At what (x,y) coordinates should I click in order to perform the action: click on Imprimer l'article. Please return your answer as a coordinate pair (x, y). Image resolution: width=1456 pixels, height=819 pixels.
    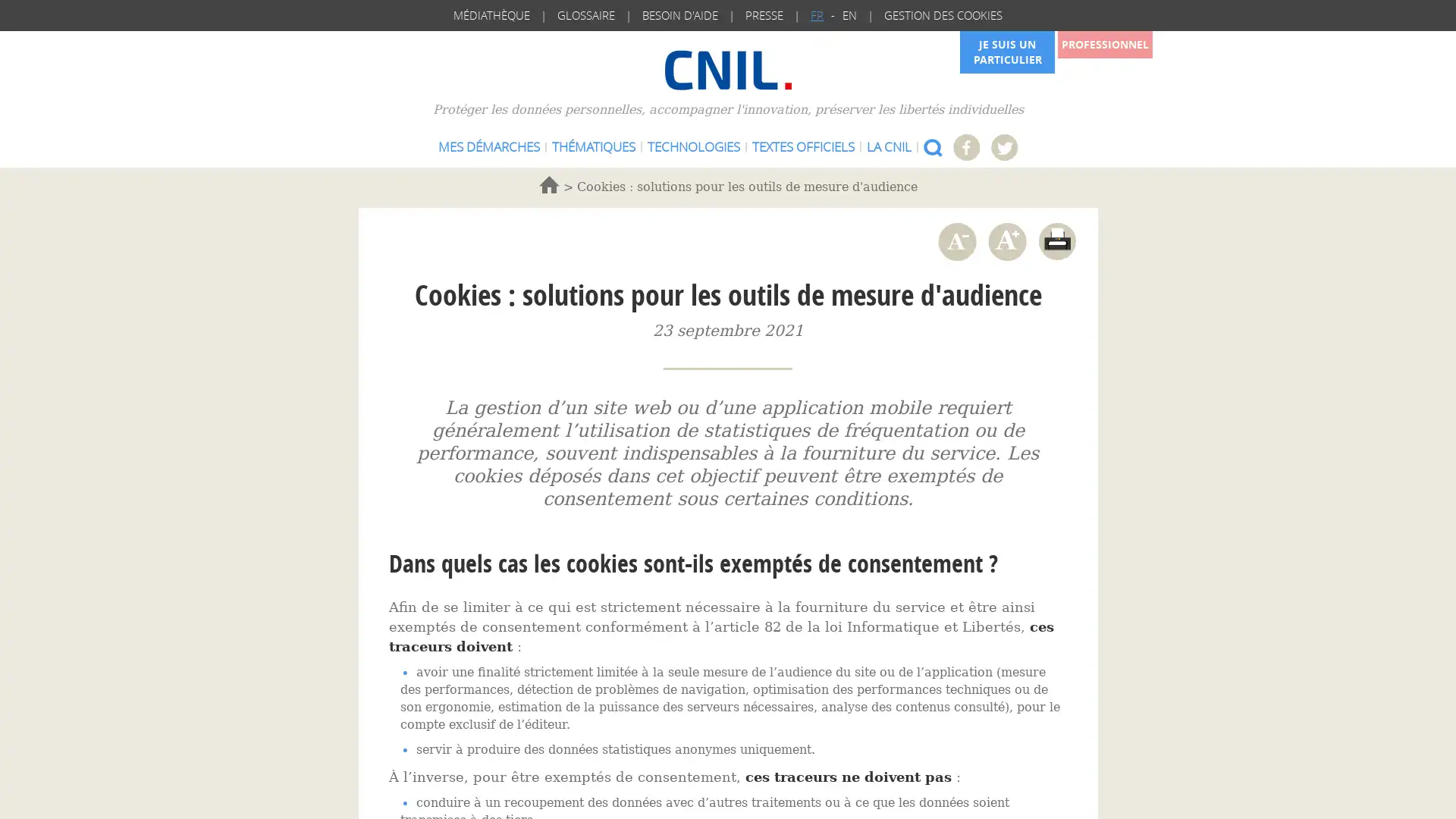
    Looking at the image, I should click on (1056, 240).